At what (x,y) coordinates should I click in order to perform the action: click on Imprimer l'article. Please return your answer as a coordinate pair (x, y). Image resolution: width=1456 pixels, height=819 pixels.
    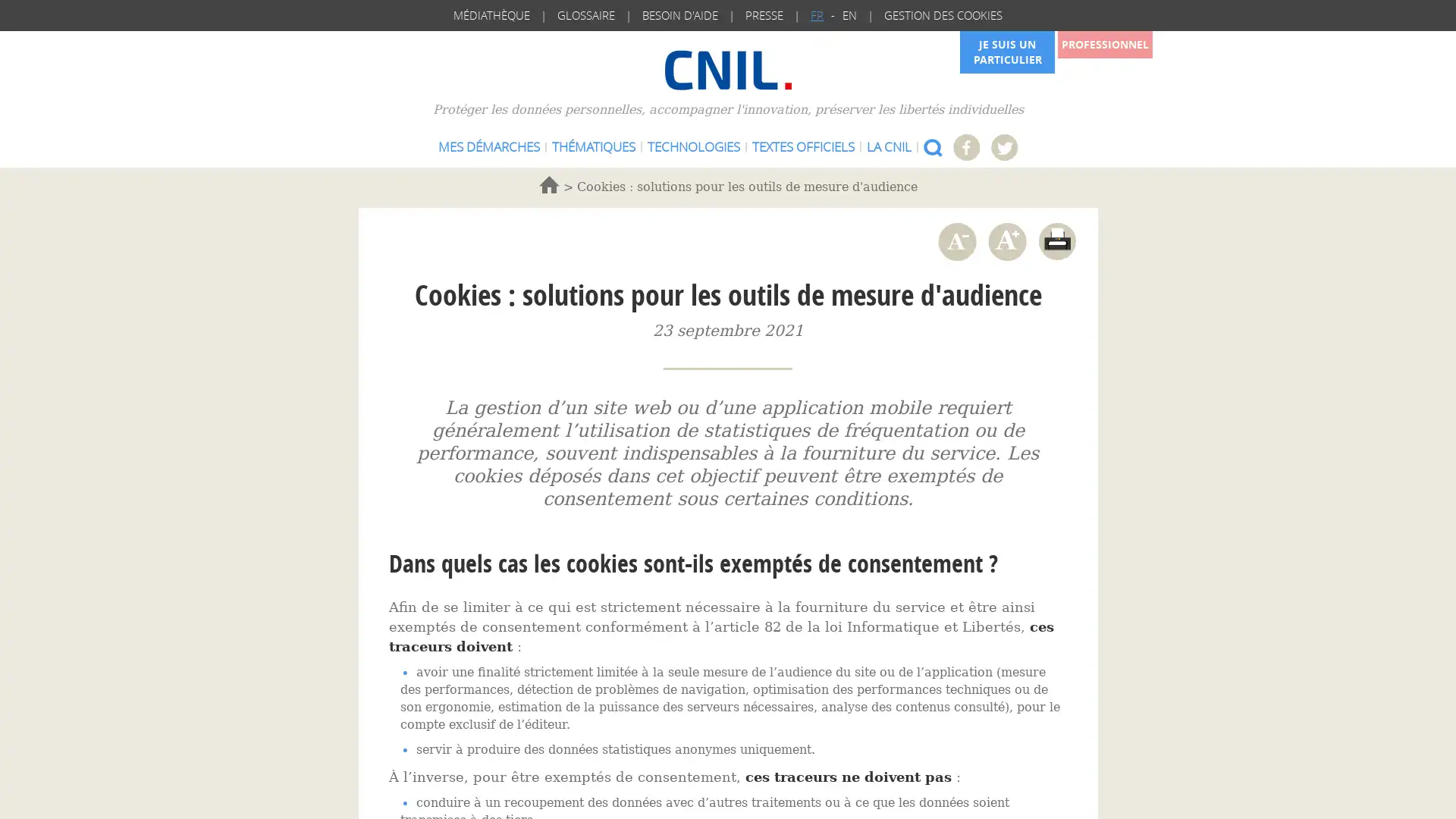
    Looking at the image, I should click on (1056, 240).